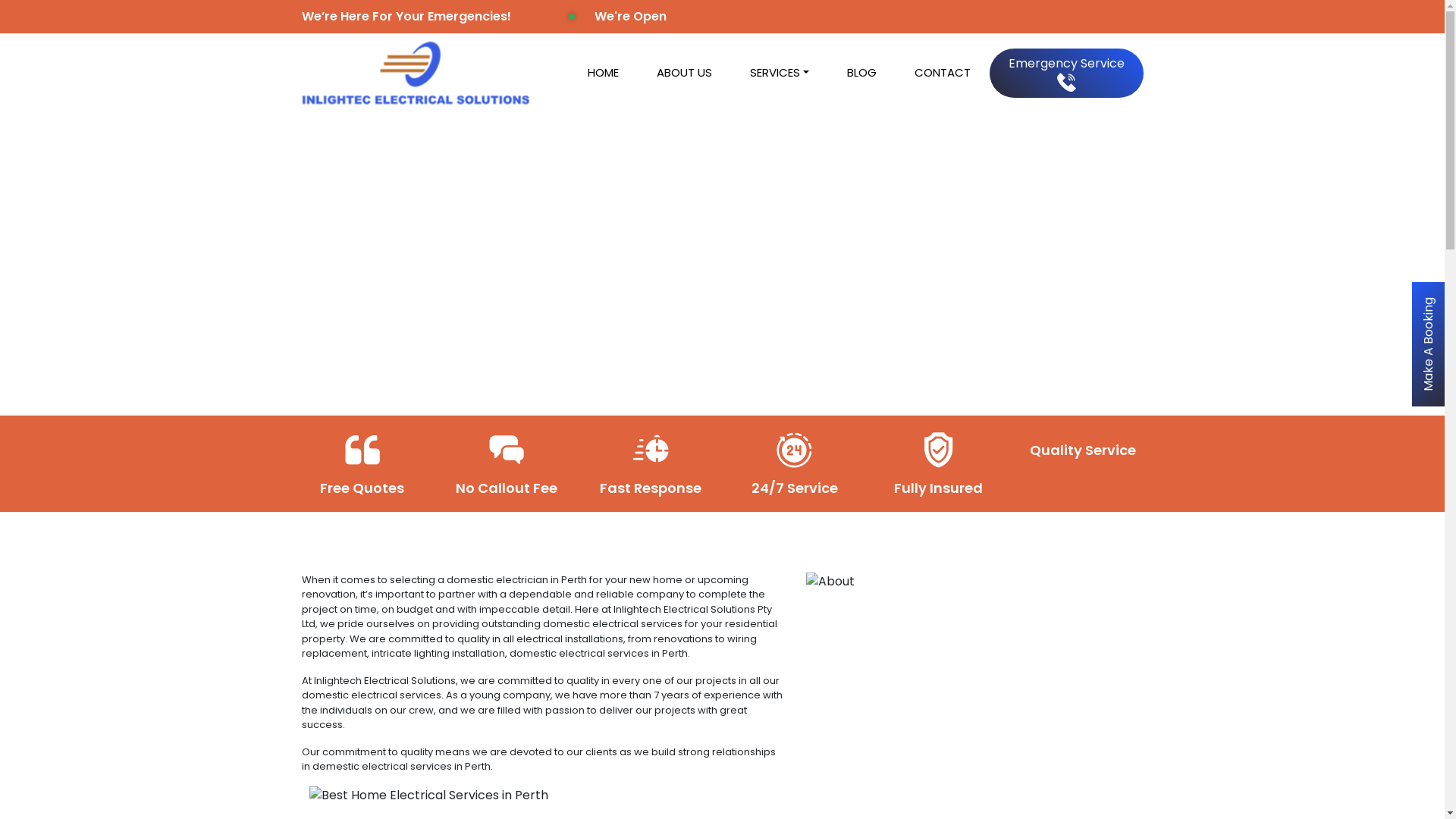  What do you see at coordinates (941, 73) in the screenshot?
I see `'CONTACT'` at bounding box center [941, 73].